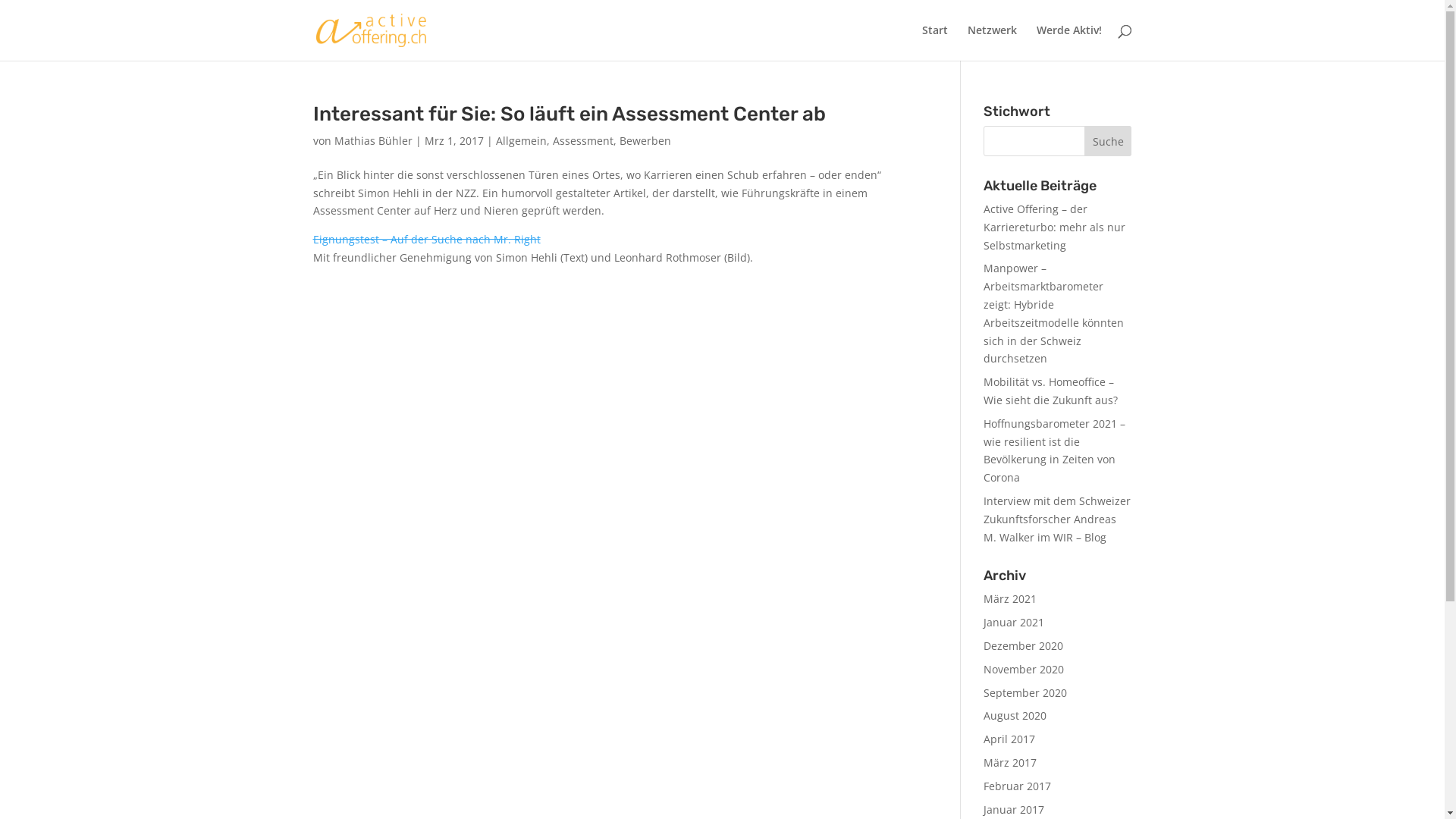 This screenshot has width=1456, height=819. I want to click on 'Januar 2017', so click(1014, 808).